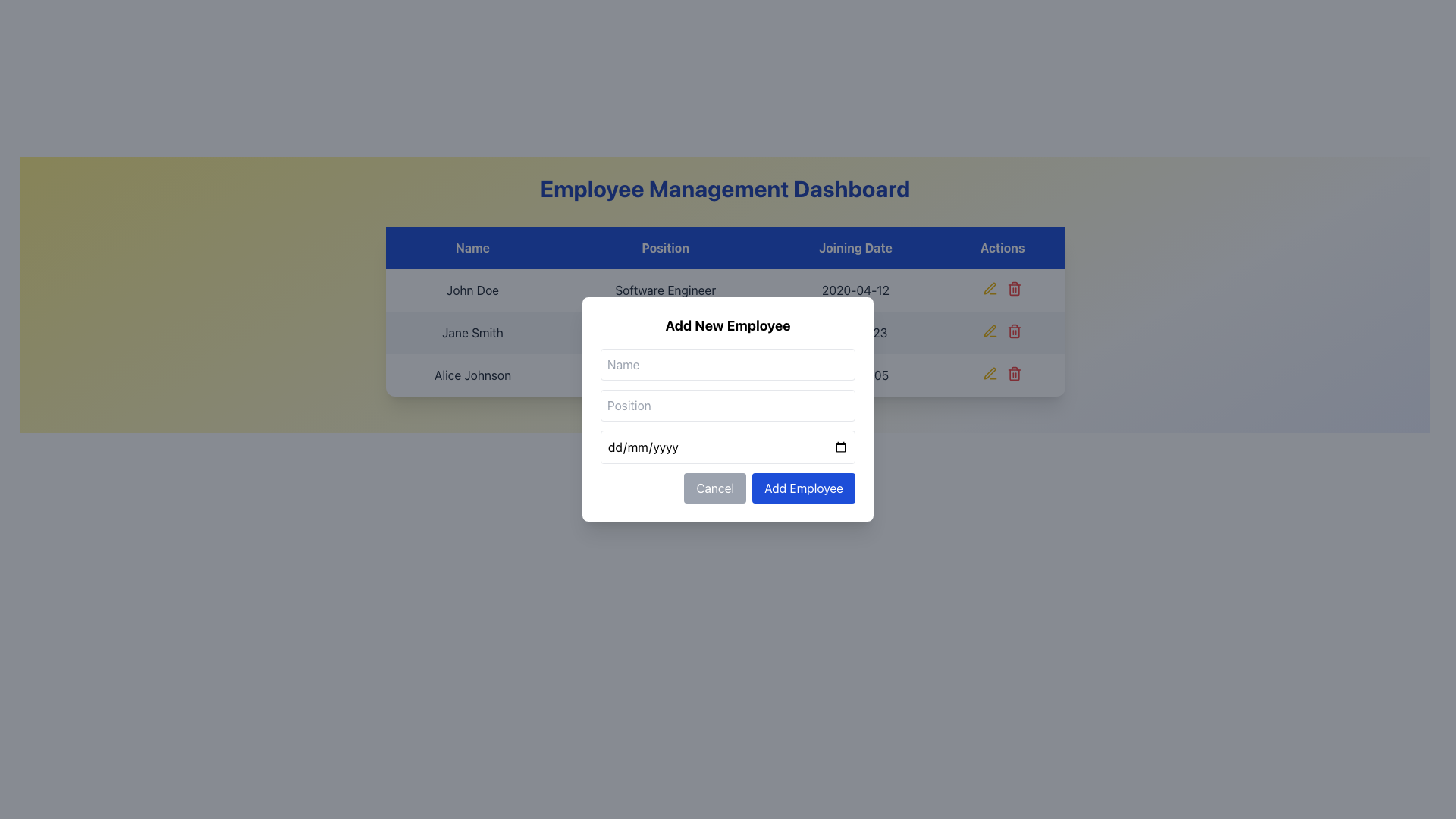 The width and height of the screenshot is (1456, 819). Describe the element at coordinates (472, 375) in the screenshot. I see `the text label displaying 'Alice Johnson' in the employee table, located in the first cell of the row under the 'Name' column` at that location.